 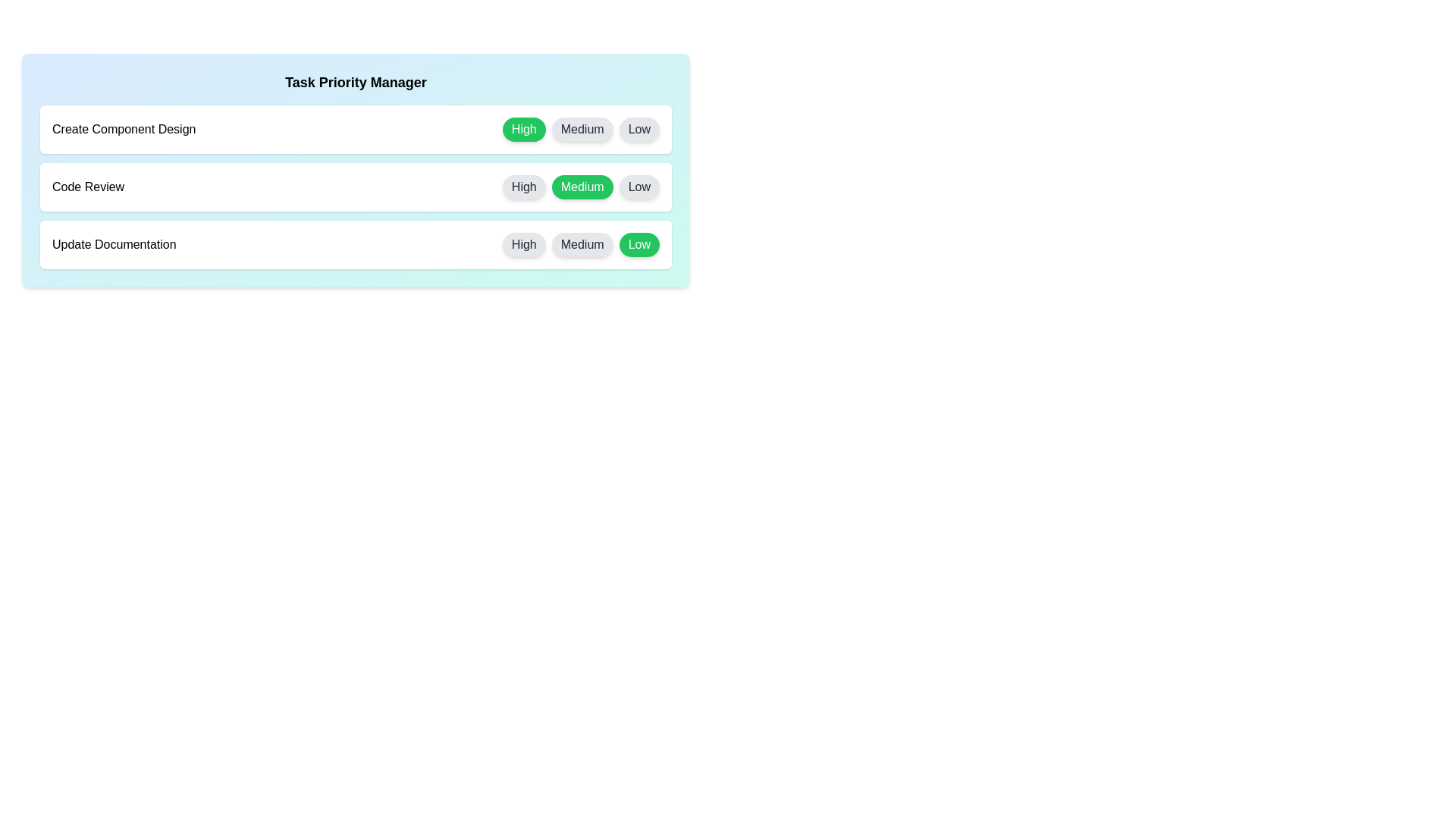 What do you see at coordinates (582, 186) in the screenshot?
I see `the priority button labeled Medium for the task Code Review` at bounding box center [582, 186].